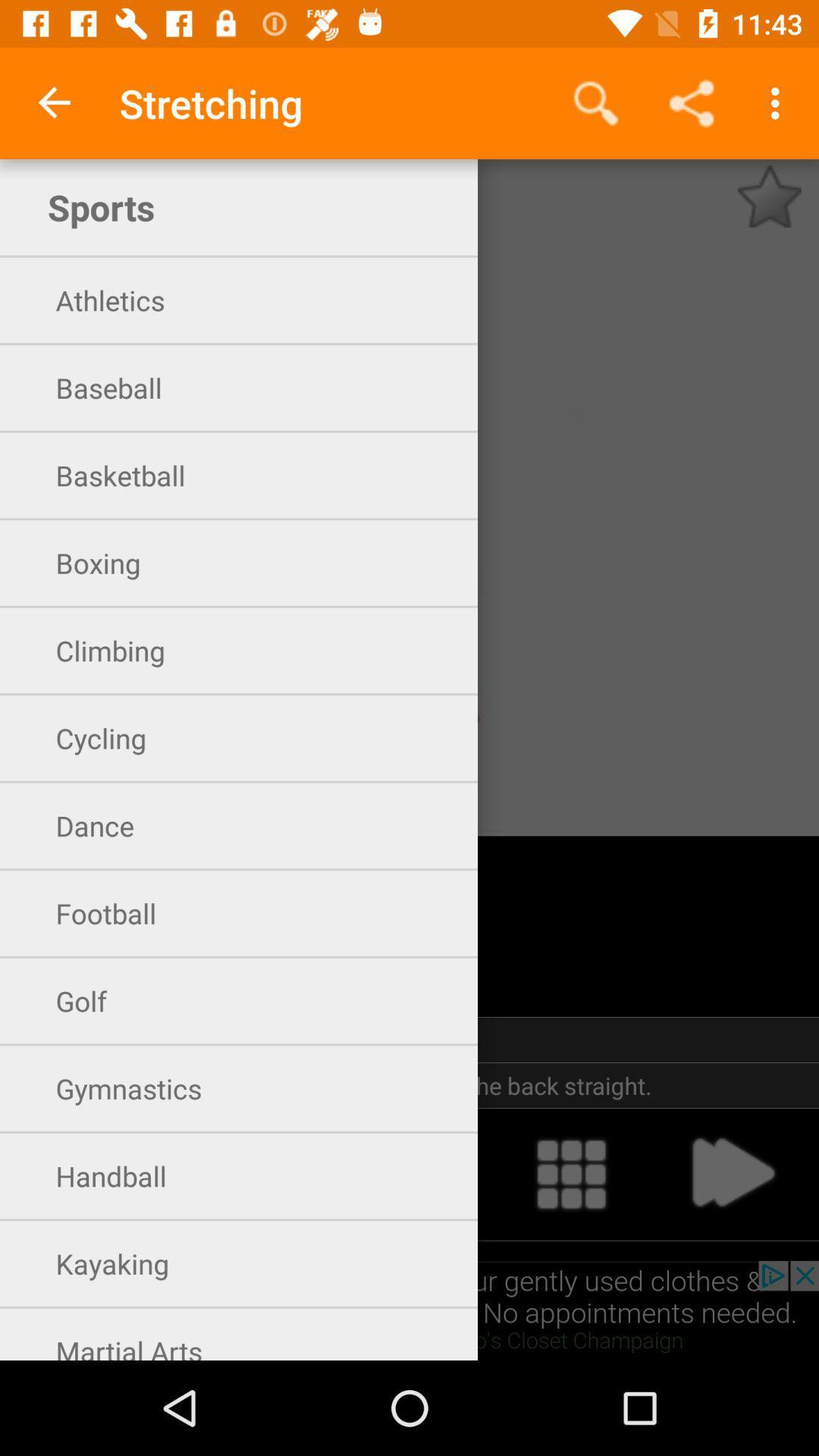 This screenshot has height=1456, width=819. What do you see at coordinates (55, 102) in the screenshot?
I see `item above the 7/16 item` at bounding box center [55, 102].